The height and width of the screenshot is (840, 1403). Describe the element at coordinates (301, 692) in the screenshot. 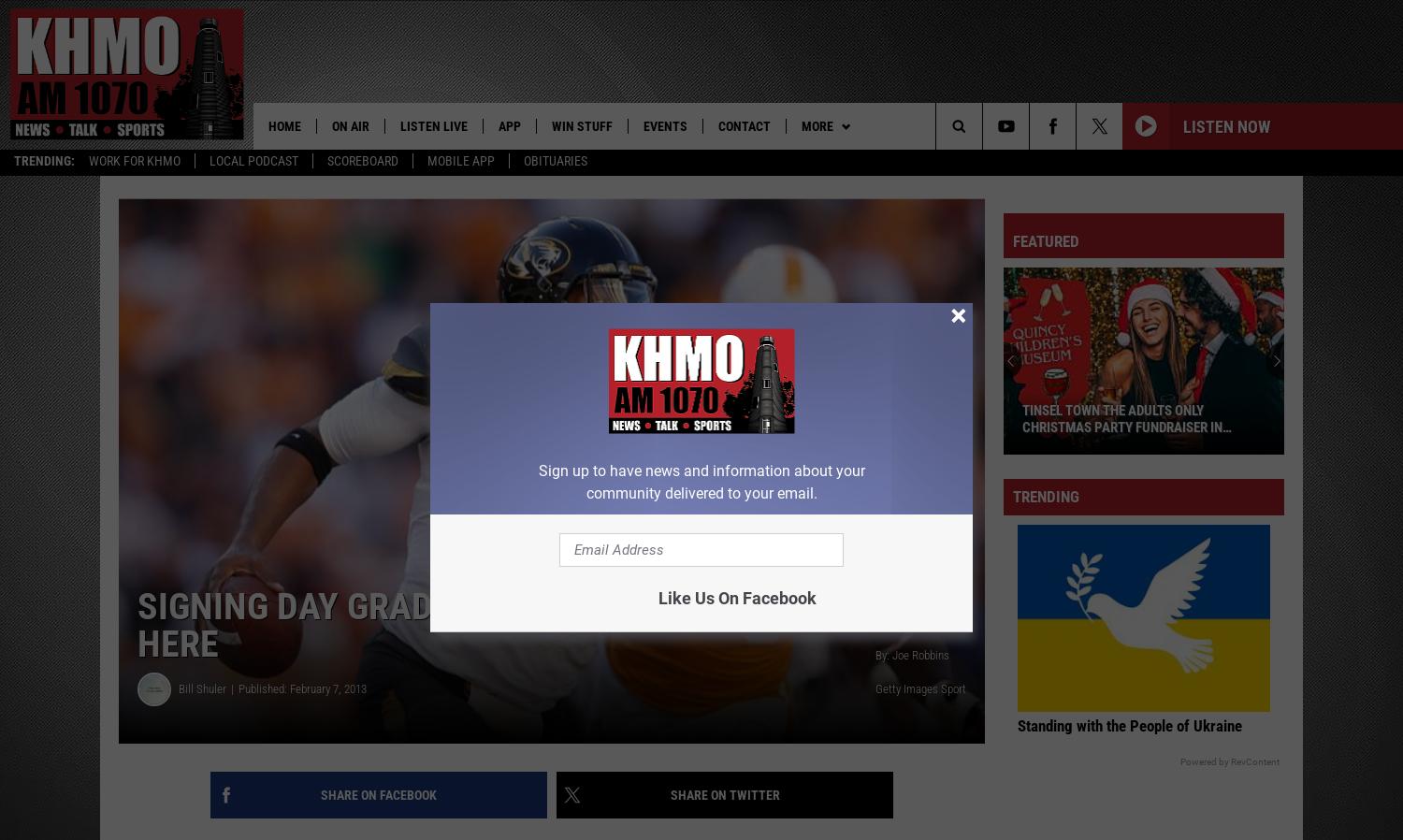

I see `'Published: February 7, 2013'` at that location.